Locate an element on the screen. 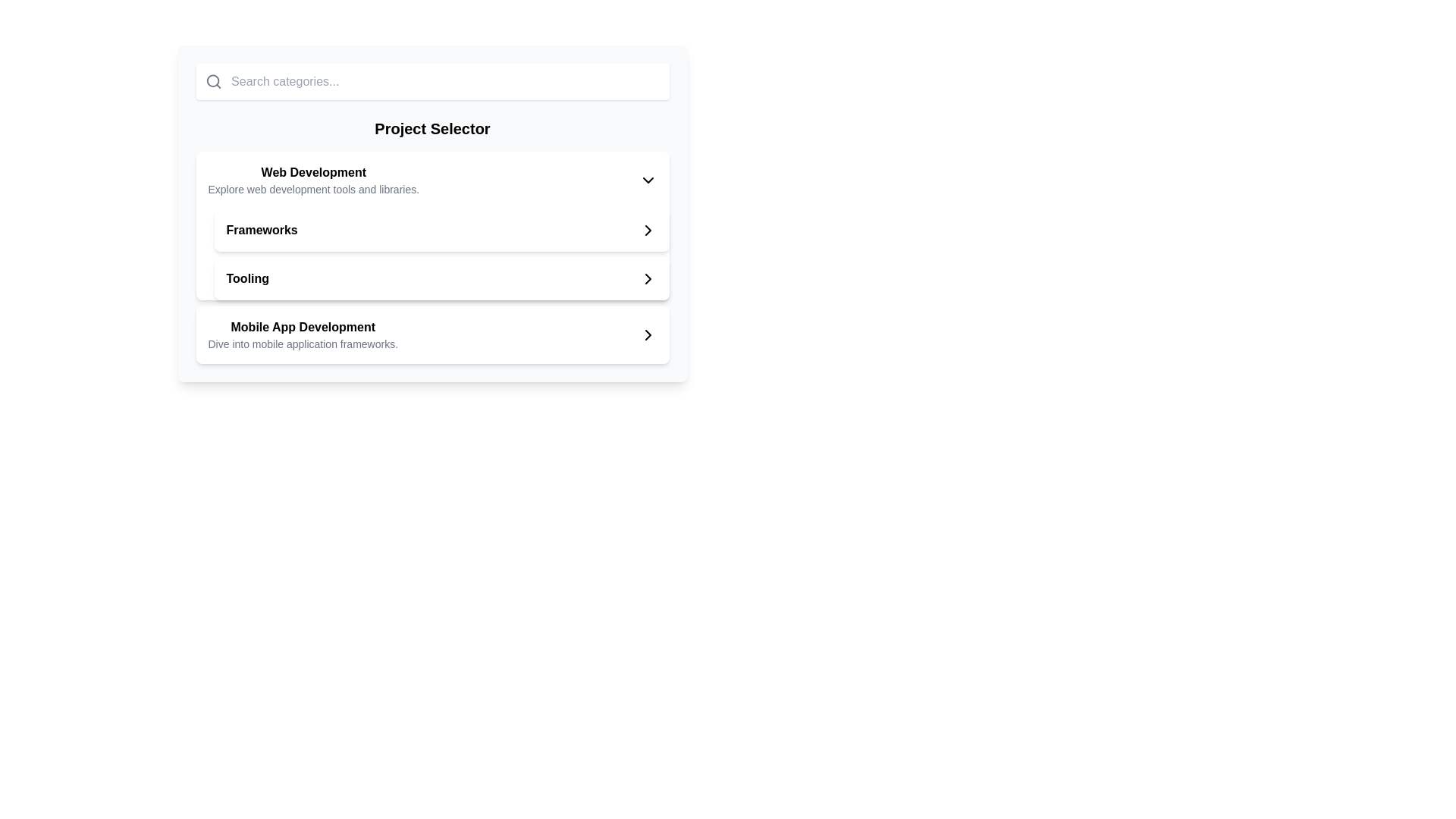 The image size is (1456, 819). the right-pointing arrow icon in the 'Mobile App Development' section is located at coordinates (648, 334).